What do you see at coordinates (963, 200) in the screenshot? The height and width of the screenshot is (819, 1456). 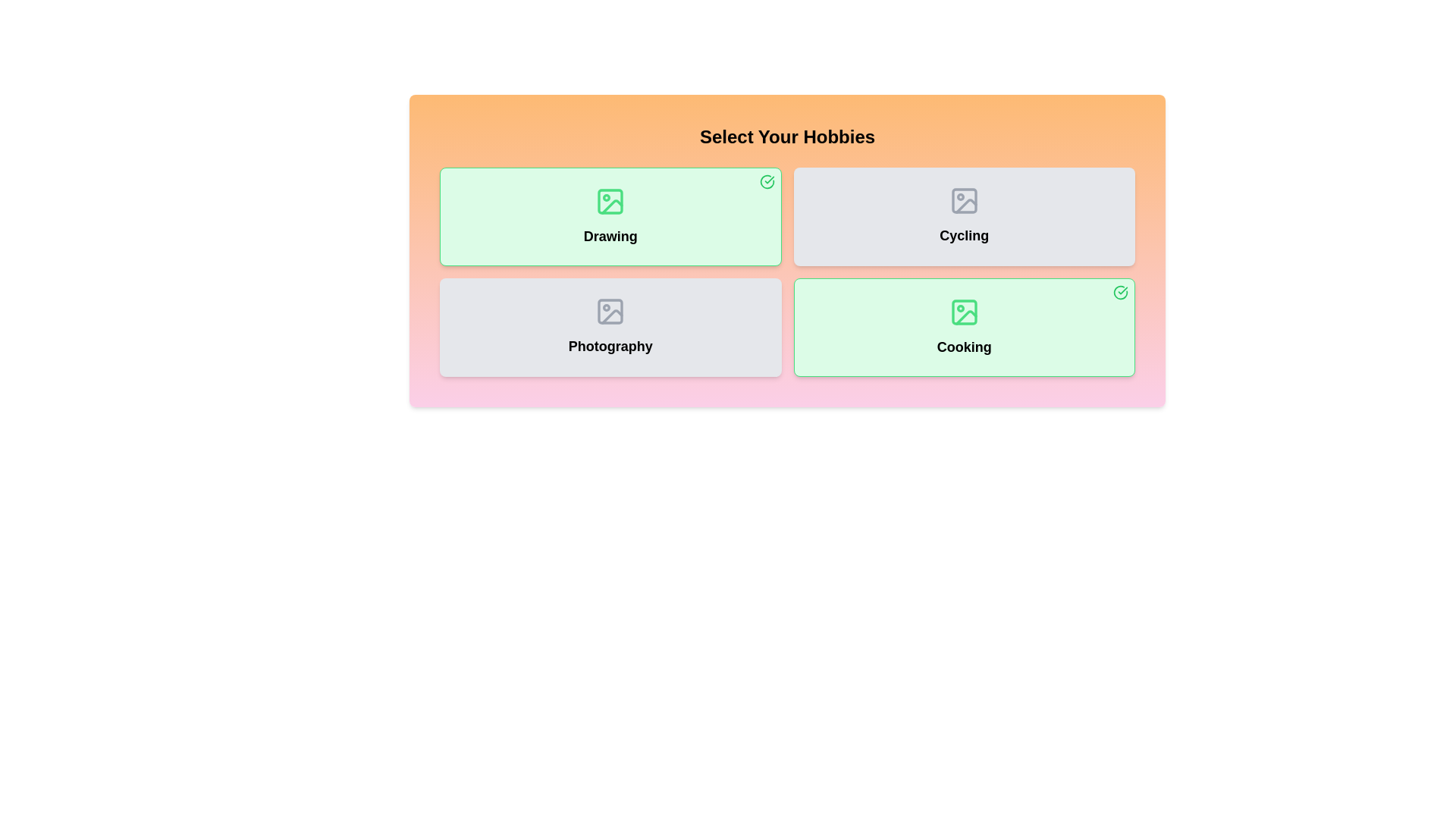 I see `the image icon of the hobby card corresponding to Cycling` at bounding box center [963, 200].